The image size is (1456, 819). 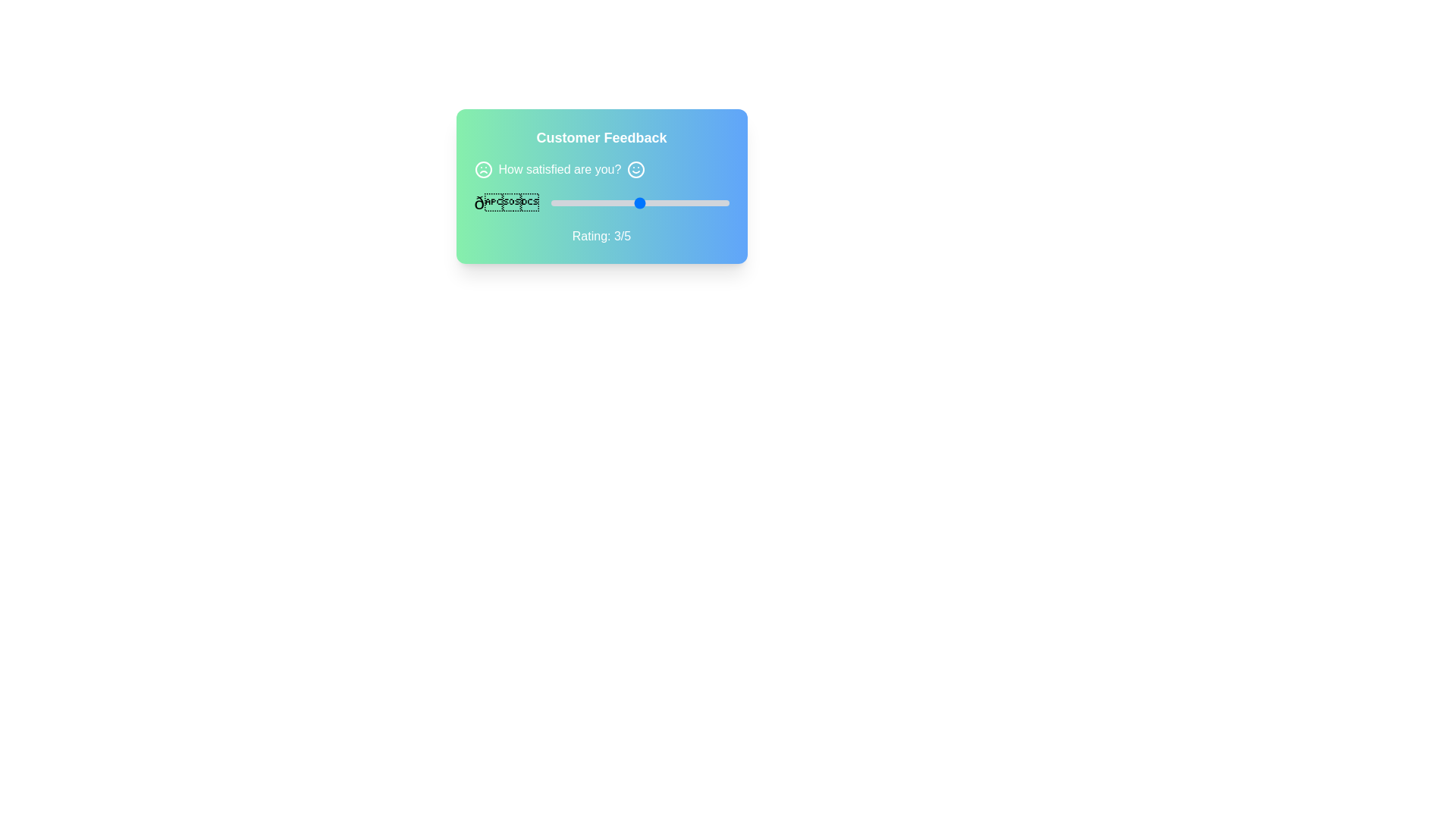 I want to click on text content of the TextPrompt located near the top-center of the feedback interface, preceded by 'Customer Feedback', so click(x=601, y=169).